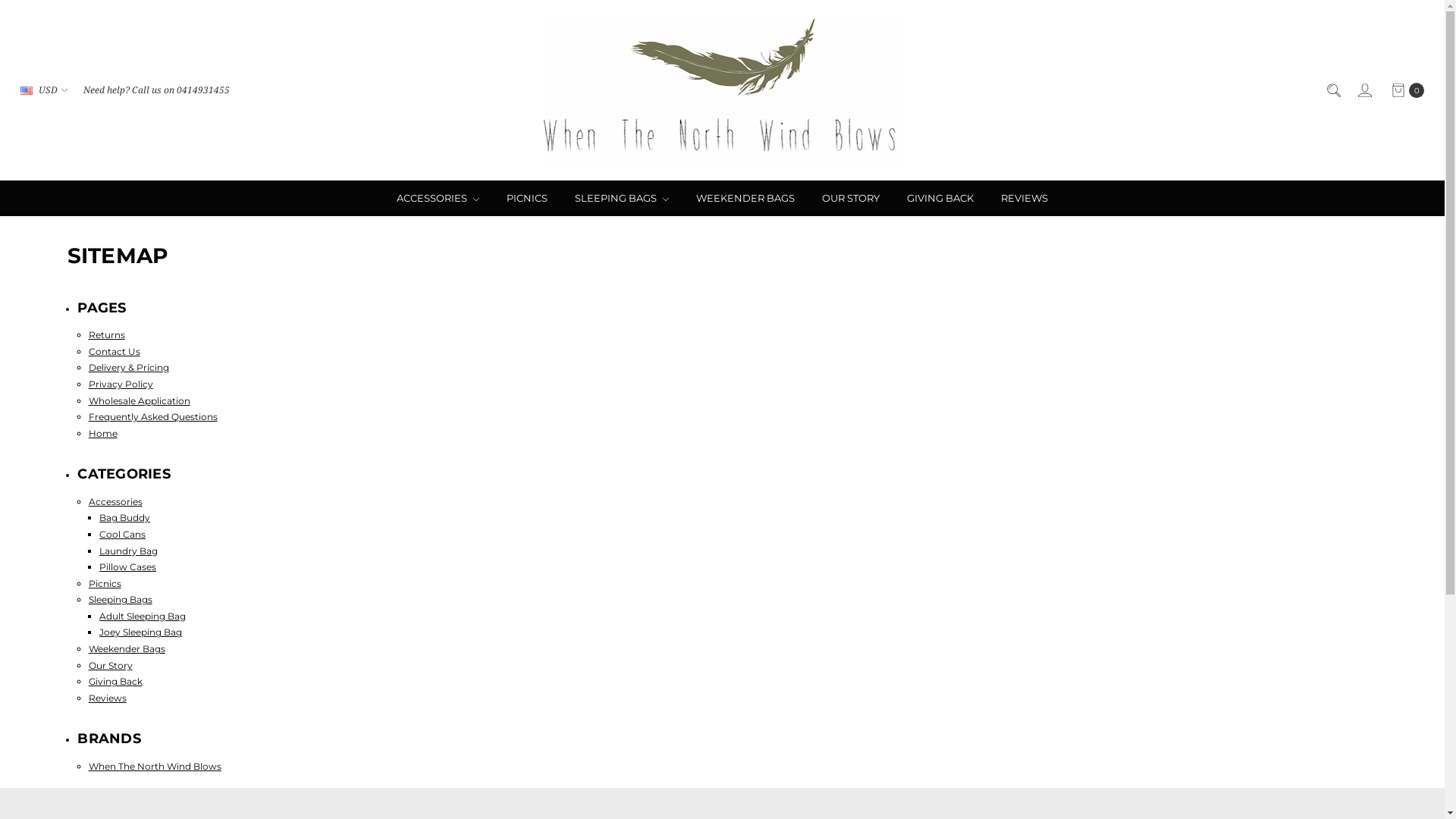 This screenshot has height=819, width=1456. Describe the element at coordinates (745, 197) in the screenshot. I see `'WEEKENDER BAGS'` at that location.